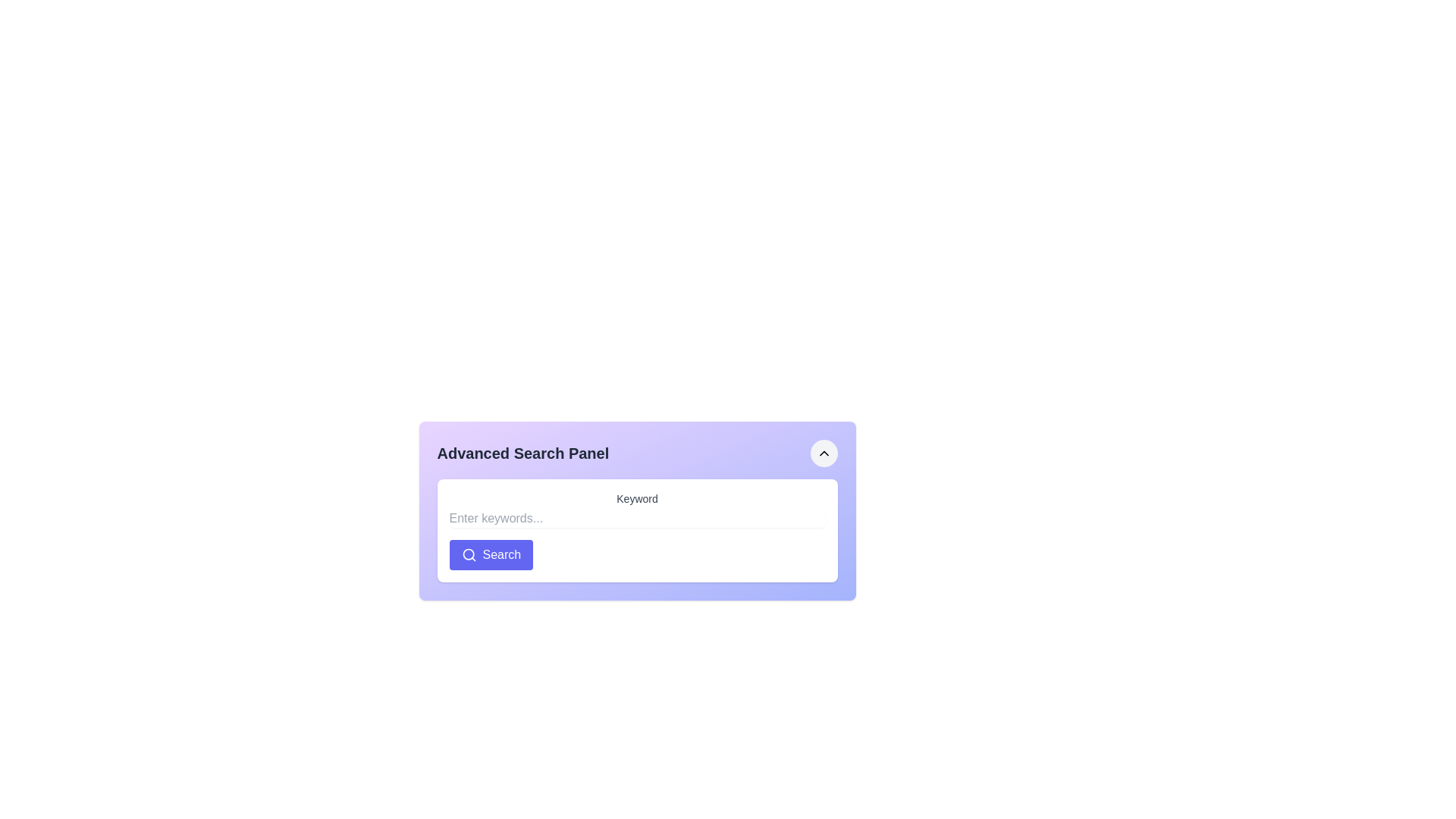 The image size is (1456, 819). I want to click on the search icon located on the left side of the 'Search' button, which is positioned below a text box in the advanced search panel, so click(468, 555).